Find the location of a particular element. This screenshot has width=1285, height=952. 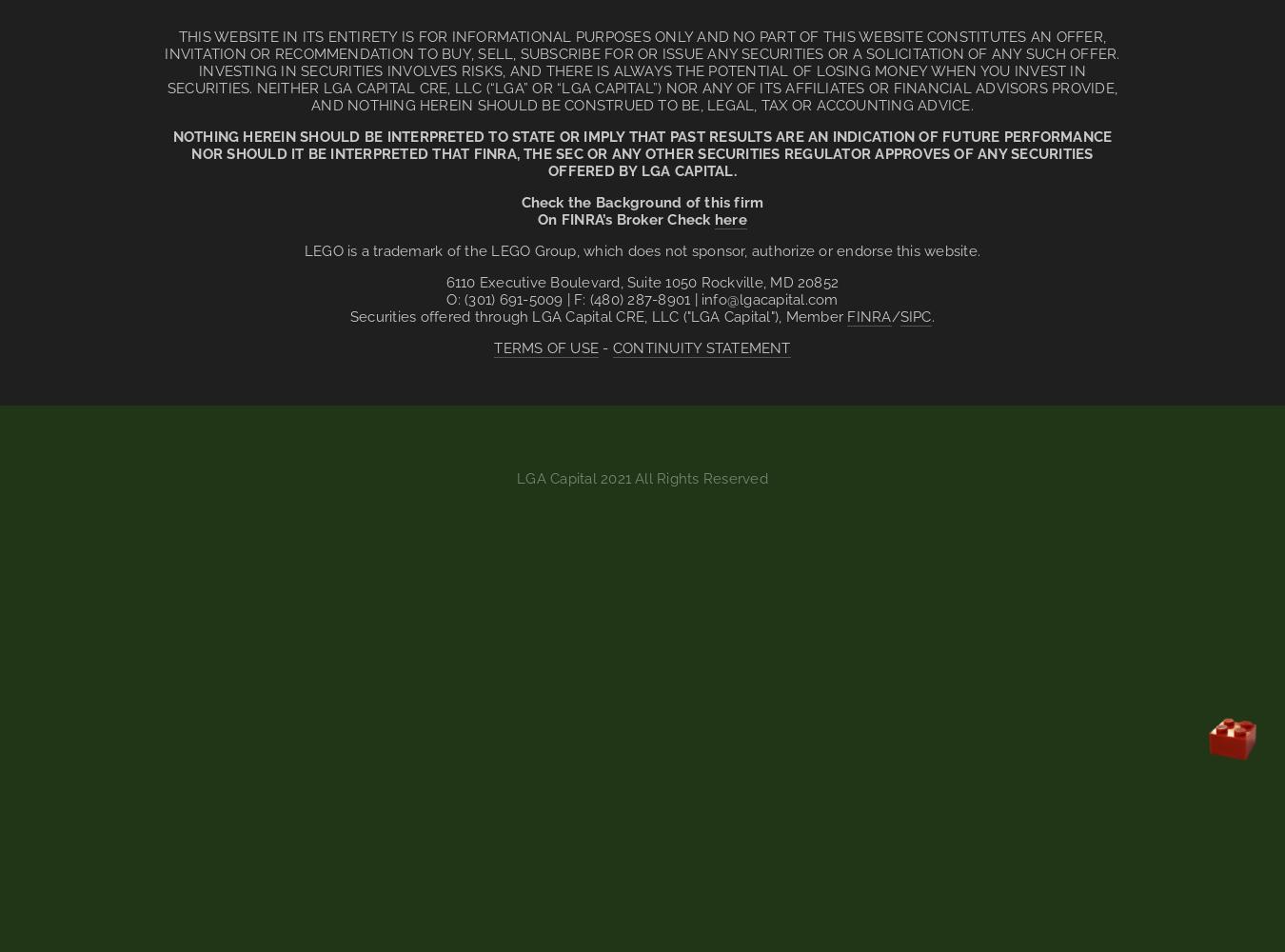

'-' is located at coordinates (604, 347).